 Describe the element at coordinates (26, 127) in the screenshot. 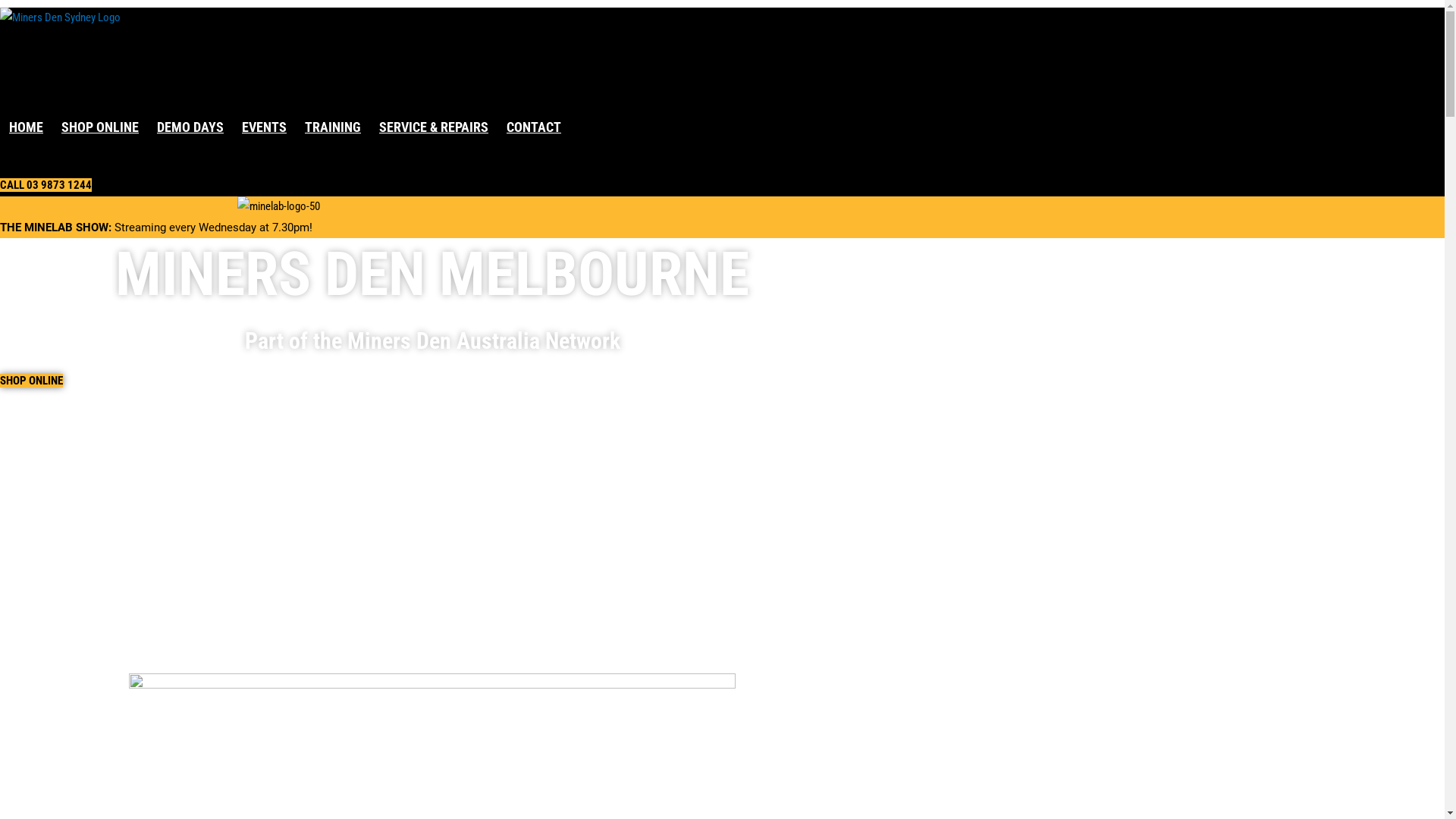

I see `'HOME'` at that location.